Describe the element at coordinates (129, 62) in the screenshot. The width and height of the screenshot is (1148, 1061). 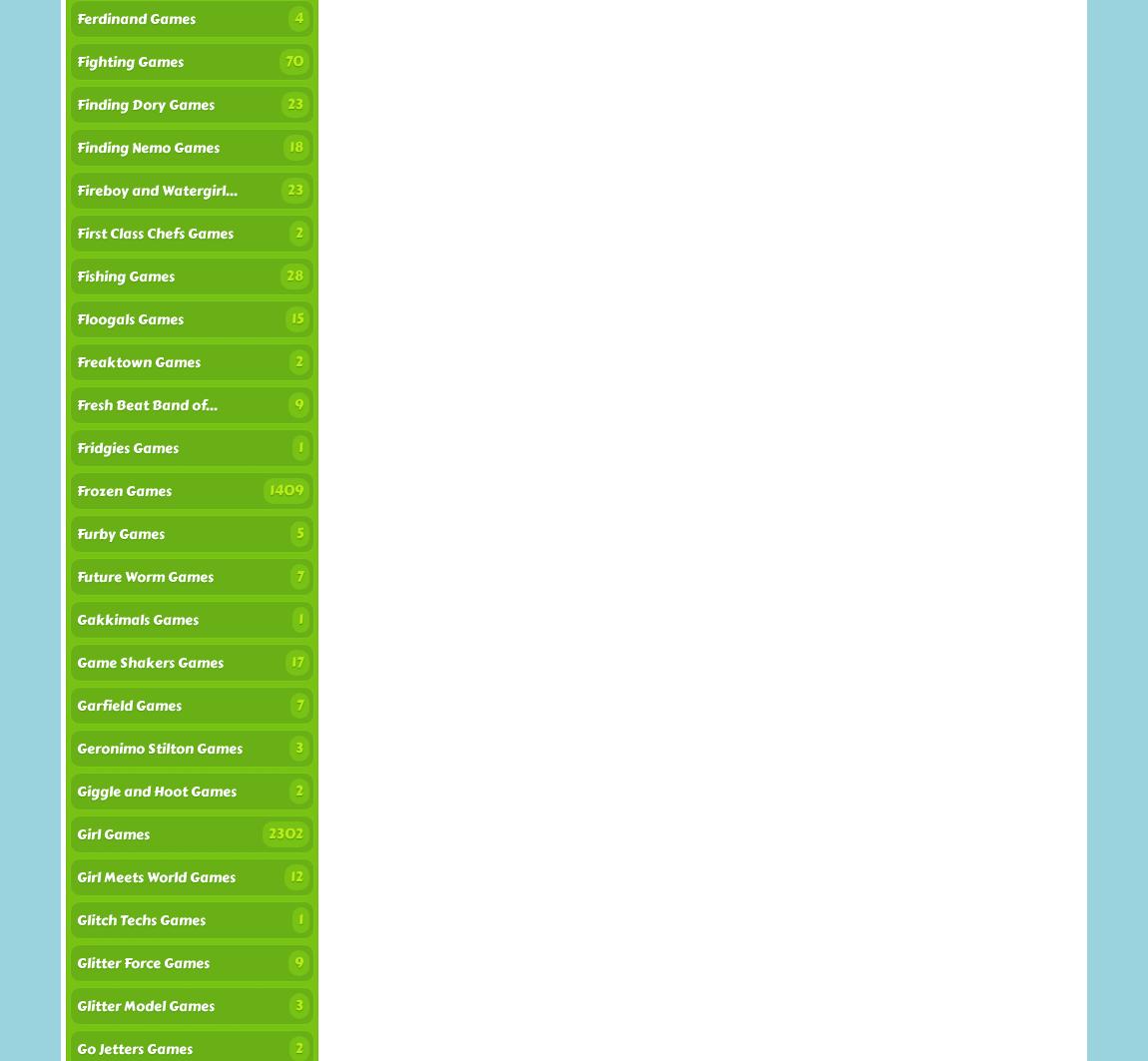
I see `'Fighting Games'` at that location.